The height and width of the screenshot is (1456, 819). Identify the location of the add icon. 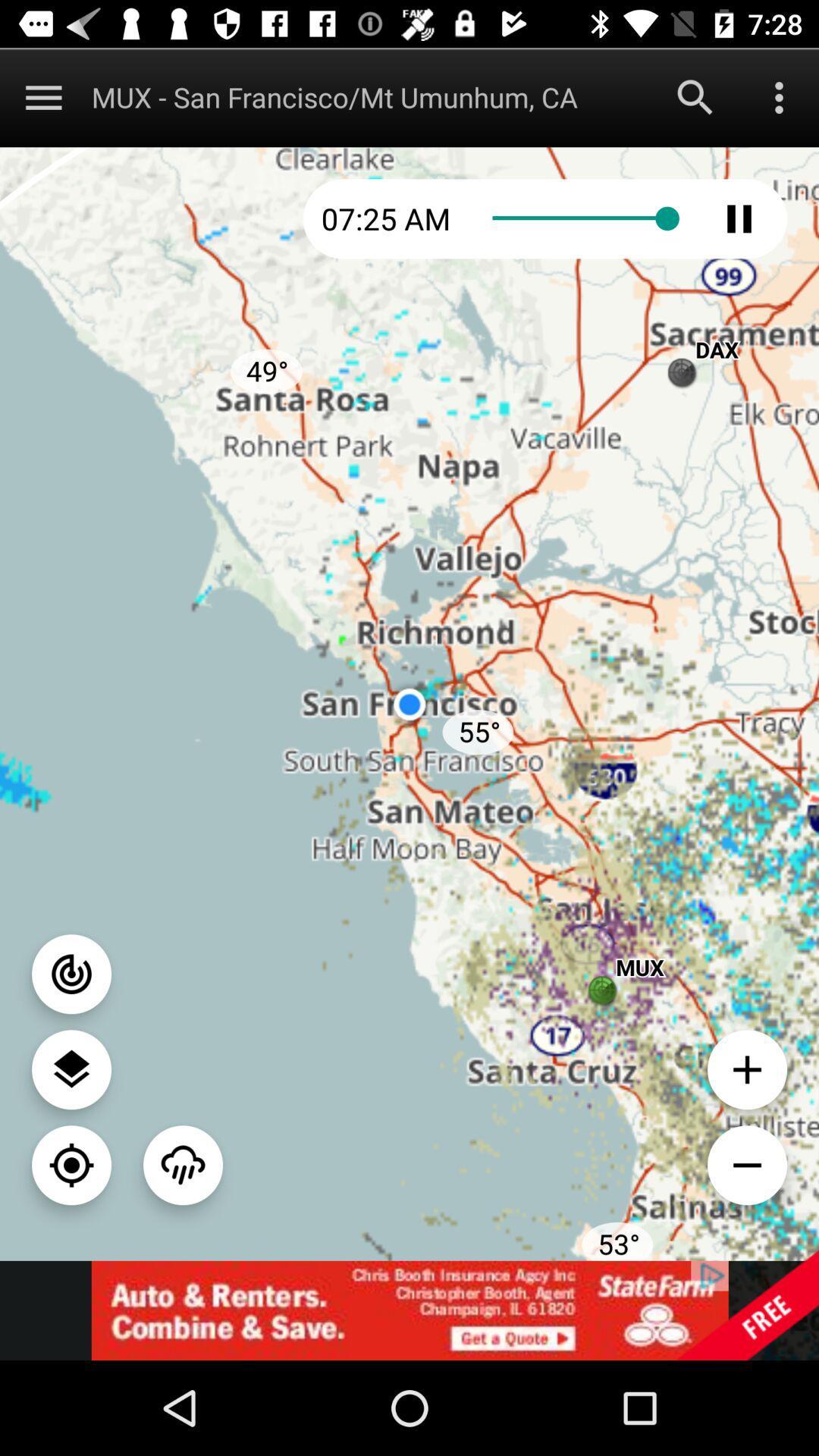
(746, 1068).